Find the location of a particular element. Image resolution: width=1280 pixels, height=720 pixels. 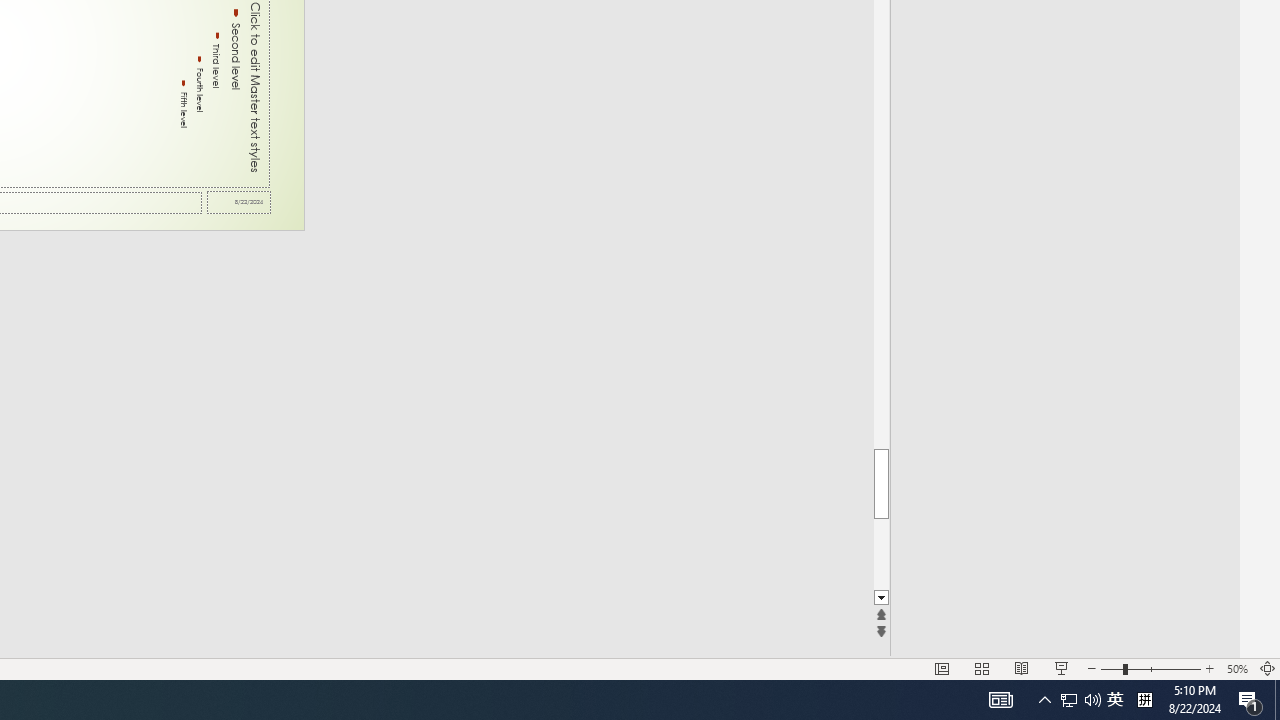

'Date' is located at coordinates (239, 202).